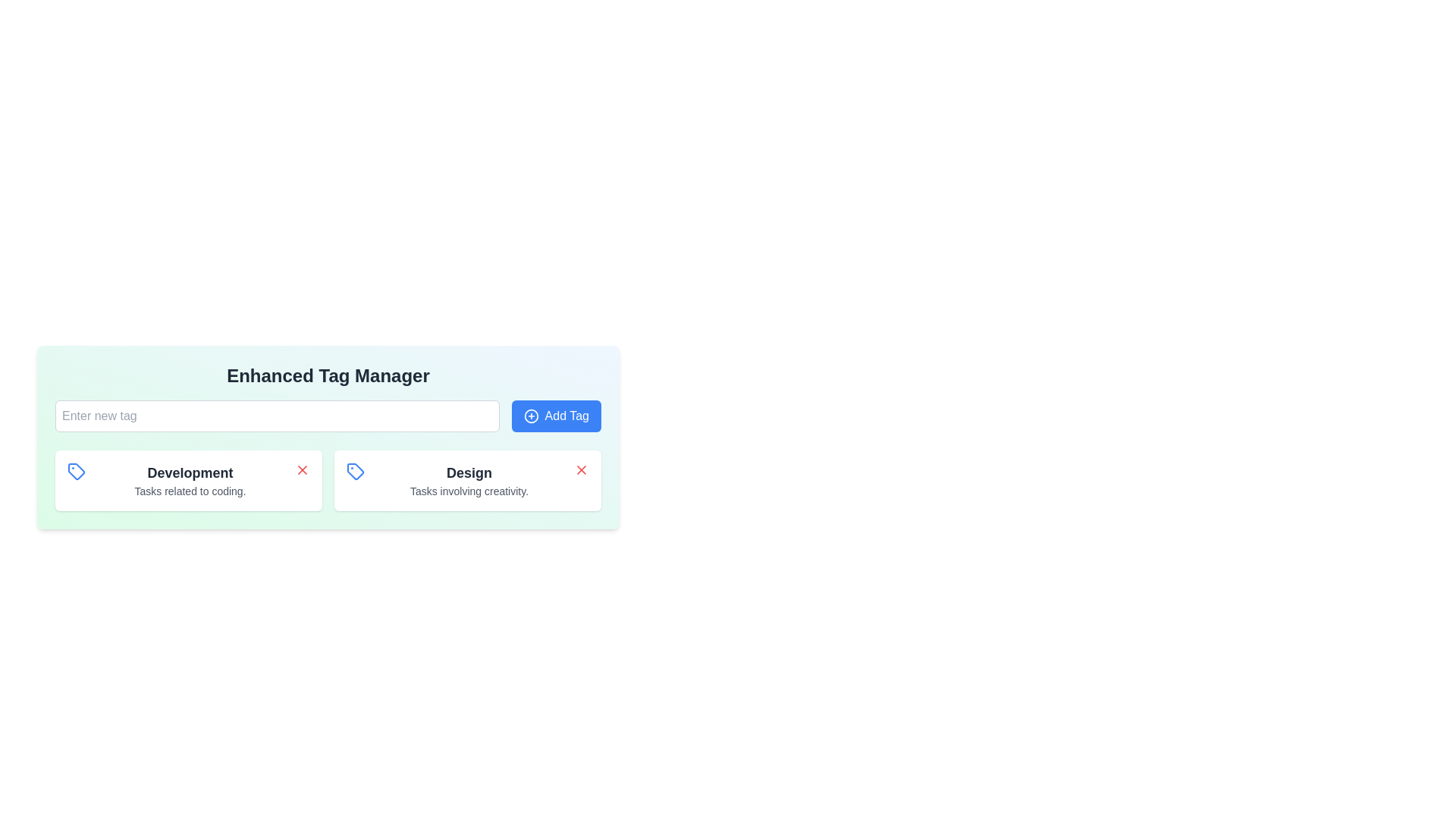 Image resolution: width=1456 pixels, height=819 pixels. I want to click on the circular blue icon with a '+' symbol located inside the 'Add Tag' button, so click(531, 416).